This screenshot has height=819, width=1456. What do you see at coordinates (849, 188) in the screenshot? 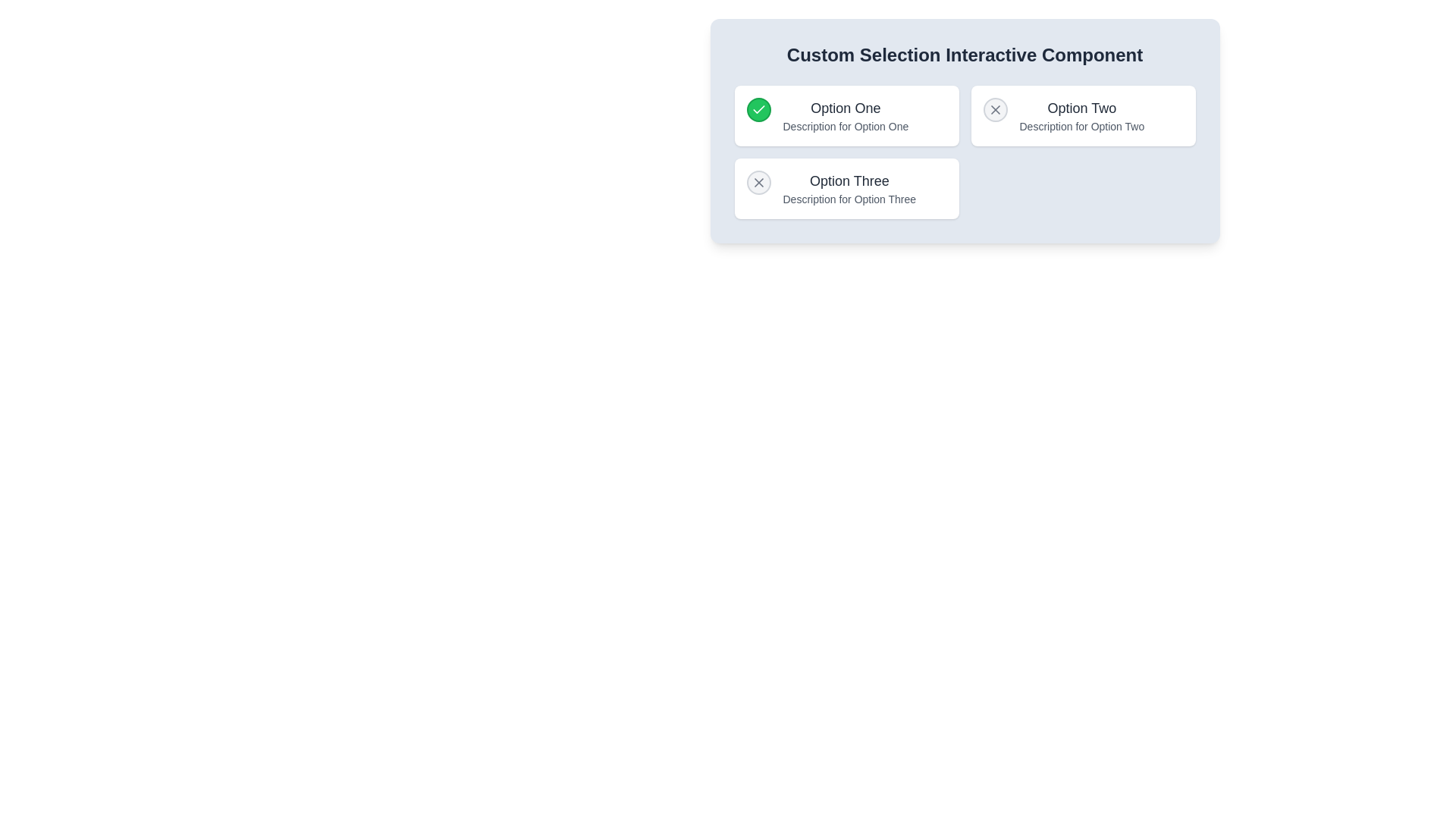
I see `the third option` at bounding box center [849, 188].